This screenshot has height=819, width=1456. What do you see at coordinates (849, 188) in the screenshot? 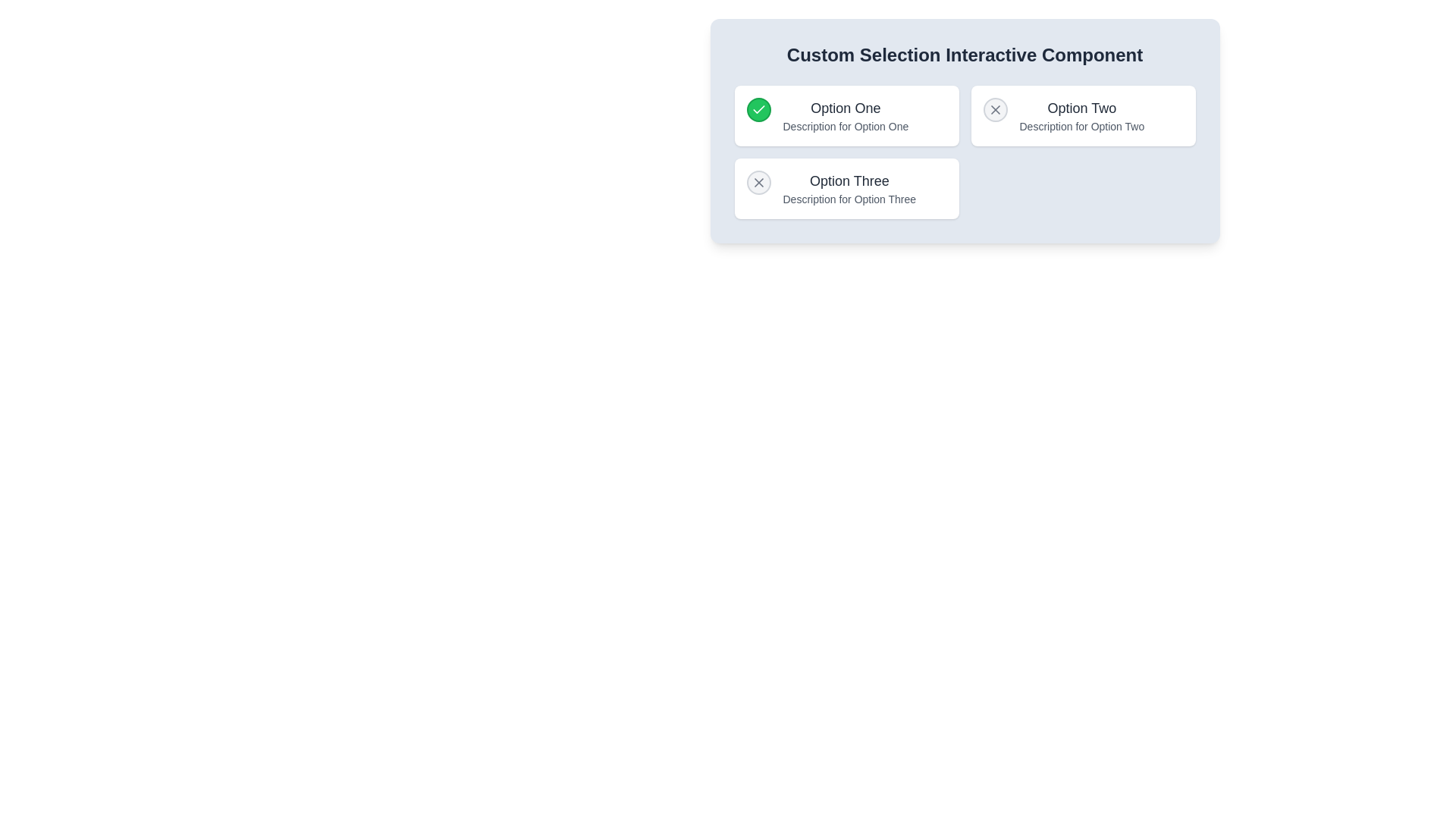
I see `the third option` at bounding box center [849, 188].